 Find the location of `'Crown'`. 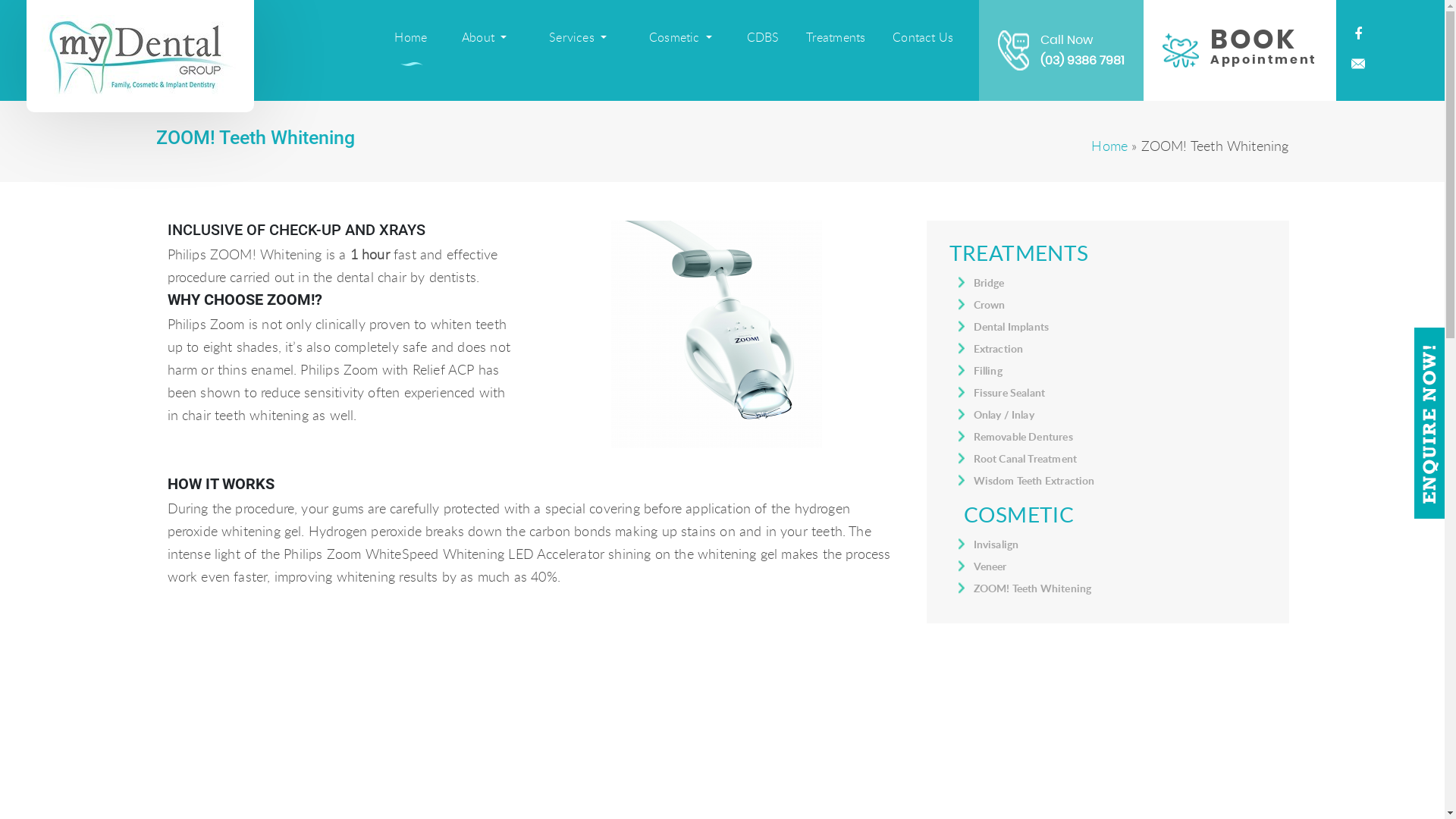

'Crown' is located at coordinates (990, 304).